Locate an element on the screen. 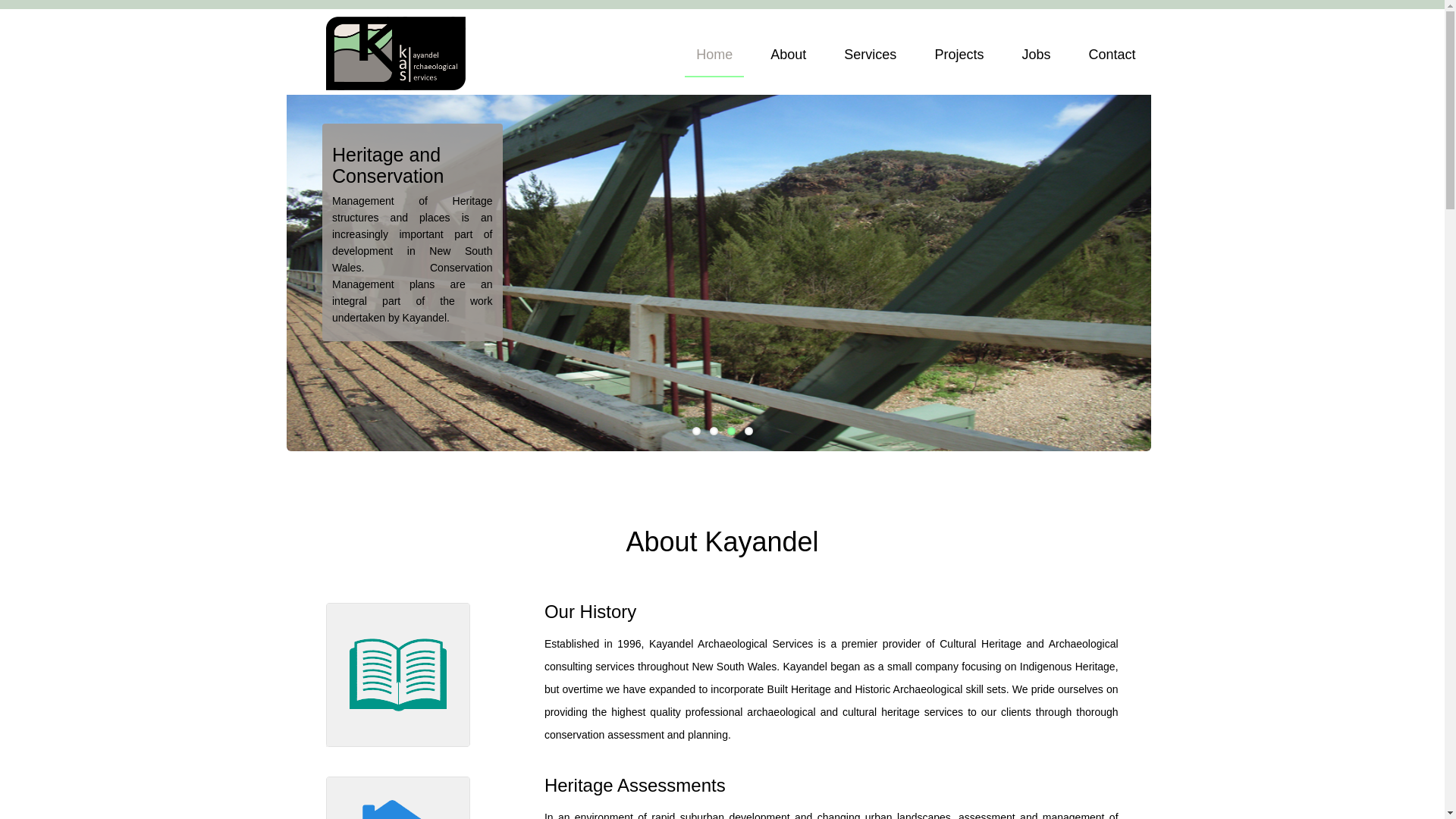 This screenshot has height=819, width=1456. 'About' is located at coordinates (759, 58).